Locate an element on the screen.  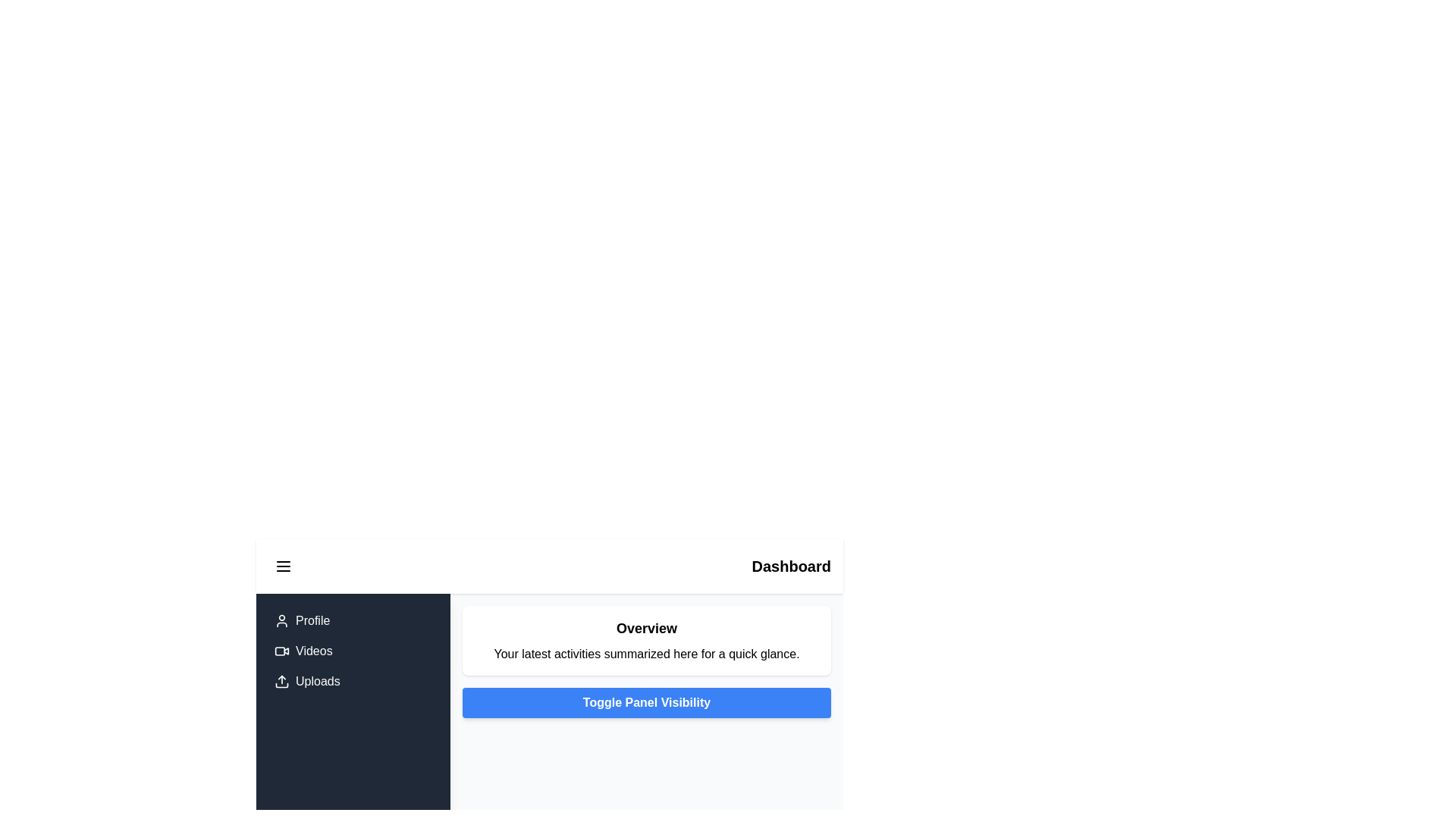
the user silhouette icon located in the left navigation menu, which is the first icon next to the 'Profile' text is located at coordinates (282, 620).